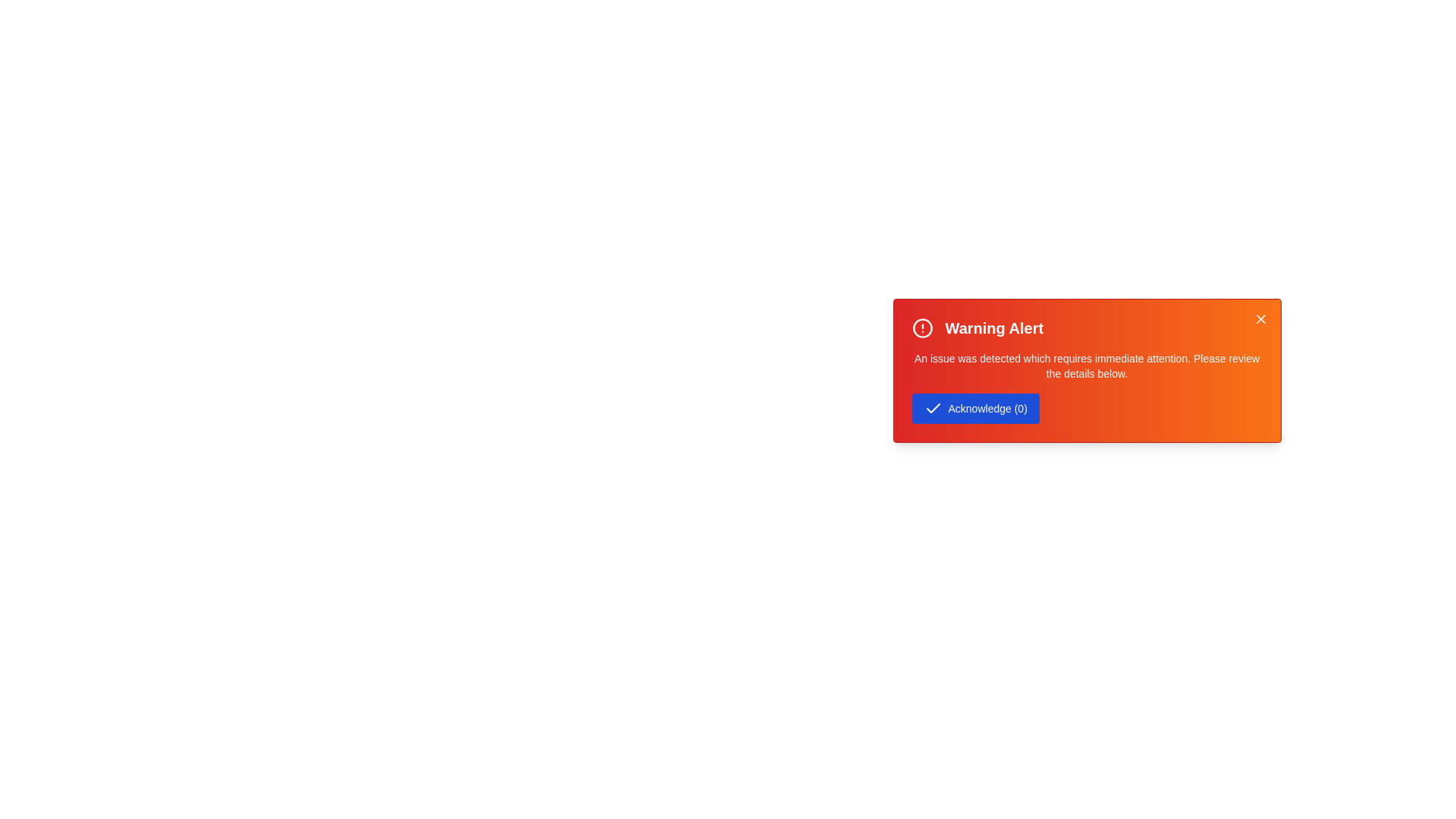 Image resolution: width=1456 pixels, height=819 pixels. I want to click on the close button to observe its hover effect, so click(1260, 318).